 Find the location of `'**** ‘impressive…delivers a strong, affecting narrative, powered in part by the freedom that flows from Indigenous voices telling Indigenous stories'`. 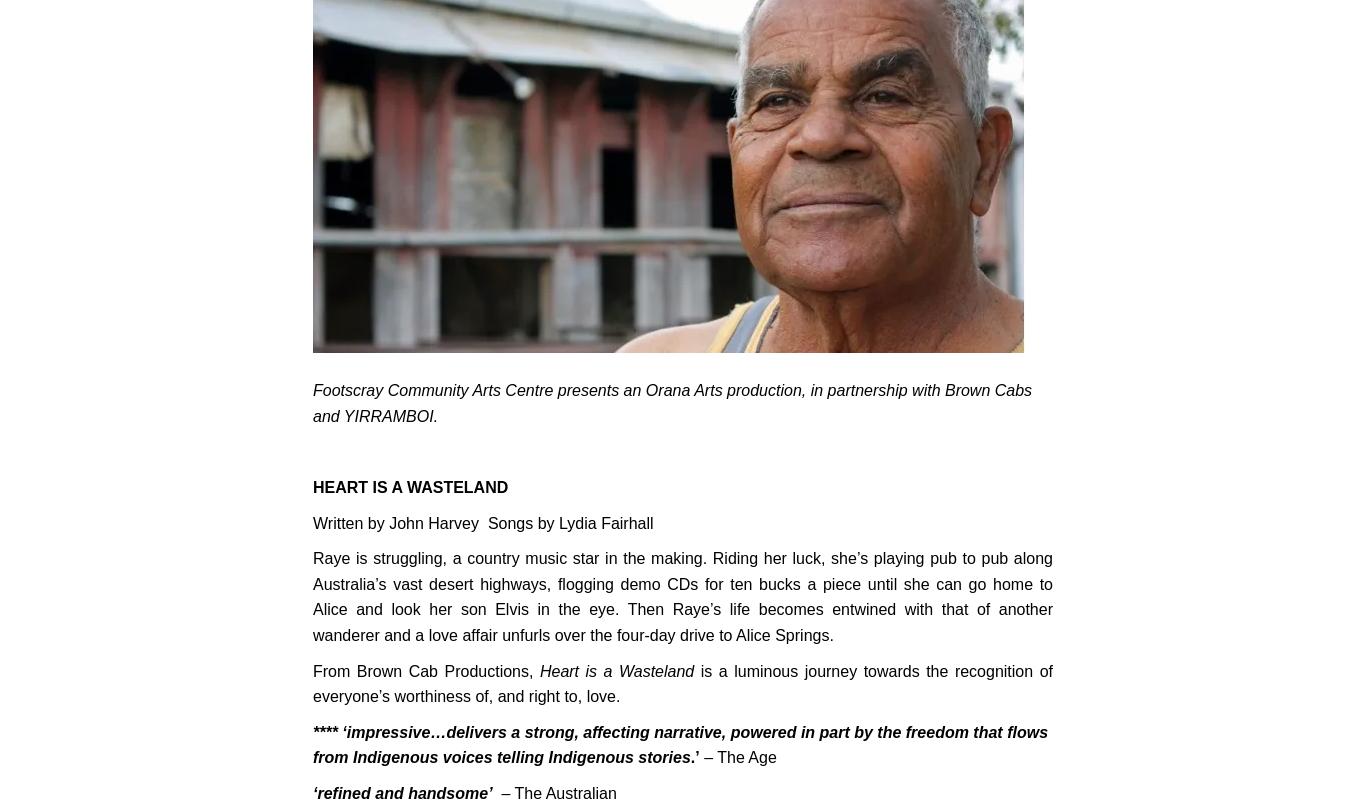

'**** ‘impressive…delivers a strong, affecting narrative, powered in part by the freedom that flows from Indigenous voices telling Indigenous stories' is located at coordinates (679, 744).